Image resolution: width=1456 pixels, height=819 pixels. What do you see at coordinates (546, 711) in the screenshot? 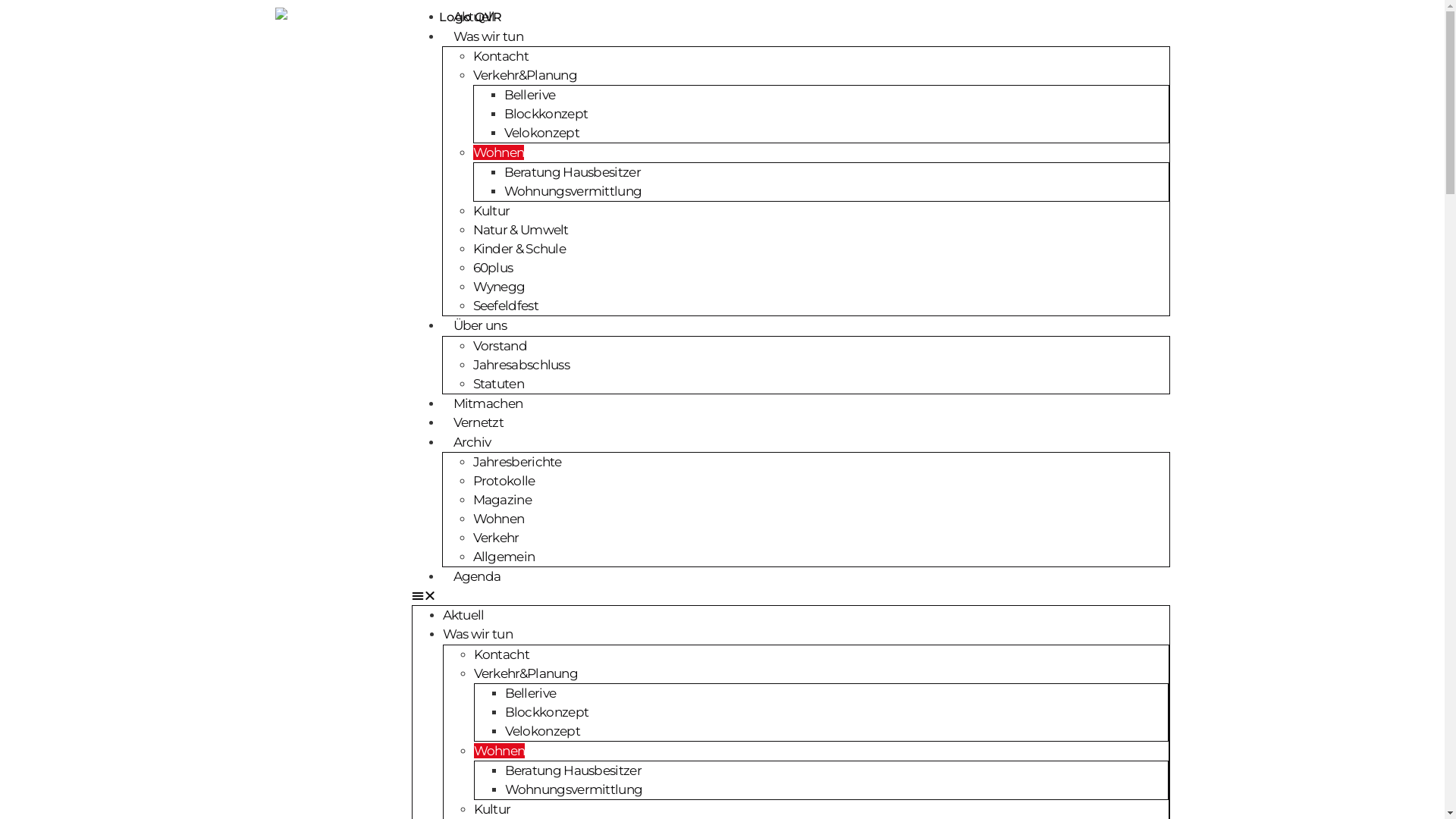
I see `'Blockkonzept'` at bounding box center [546, 711].